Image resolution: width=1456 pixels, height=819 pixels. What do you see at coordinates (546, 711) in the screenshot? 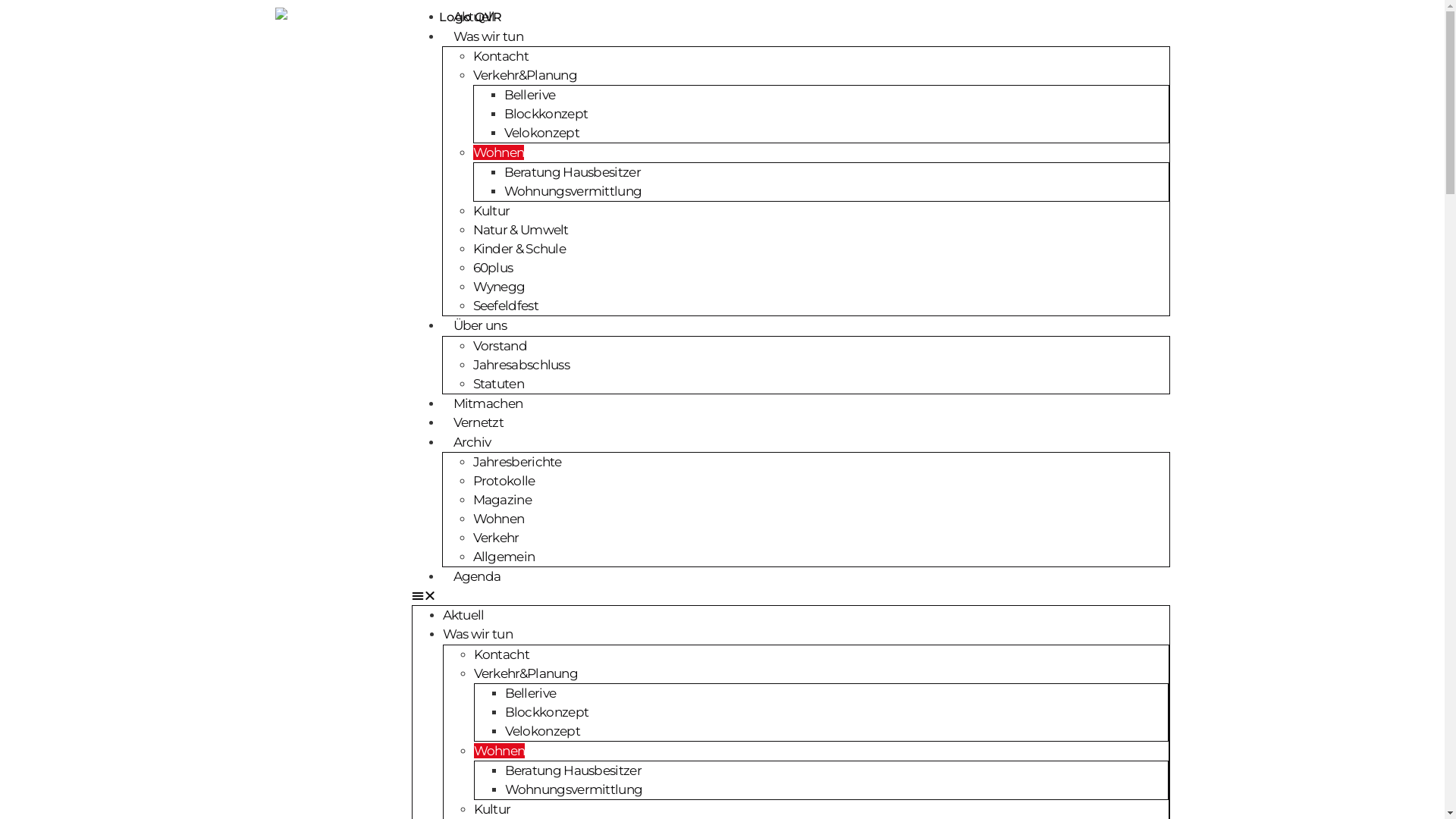
I see `'Blockkonzept'` at bounding box center [546, 711].